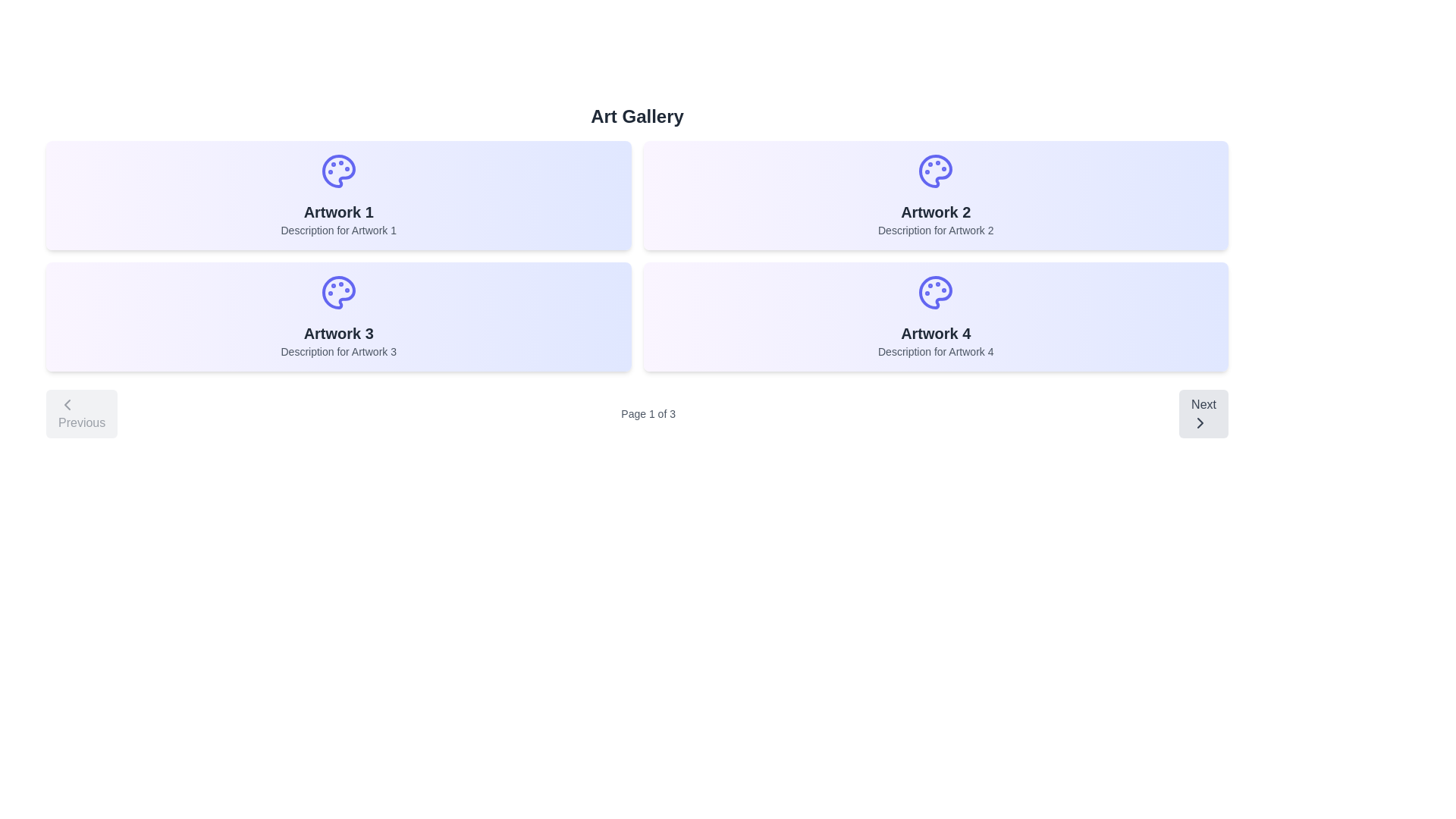 This screenshot has width=1456, height=819. What do you see at coordinates (81, 414) in the screenshot?
I see `the 'Previous' button, which has a light gray background and rounded corners` at bounding box center [81, 414].